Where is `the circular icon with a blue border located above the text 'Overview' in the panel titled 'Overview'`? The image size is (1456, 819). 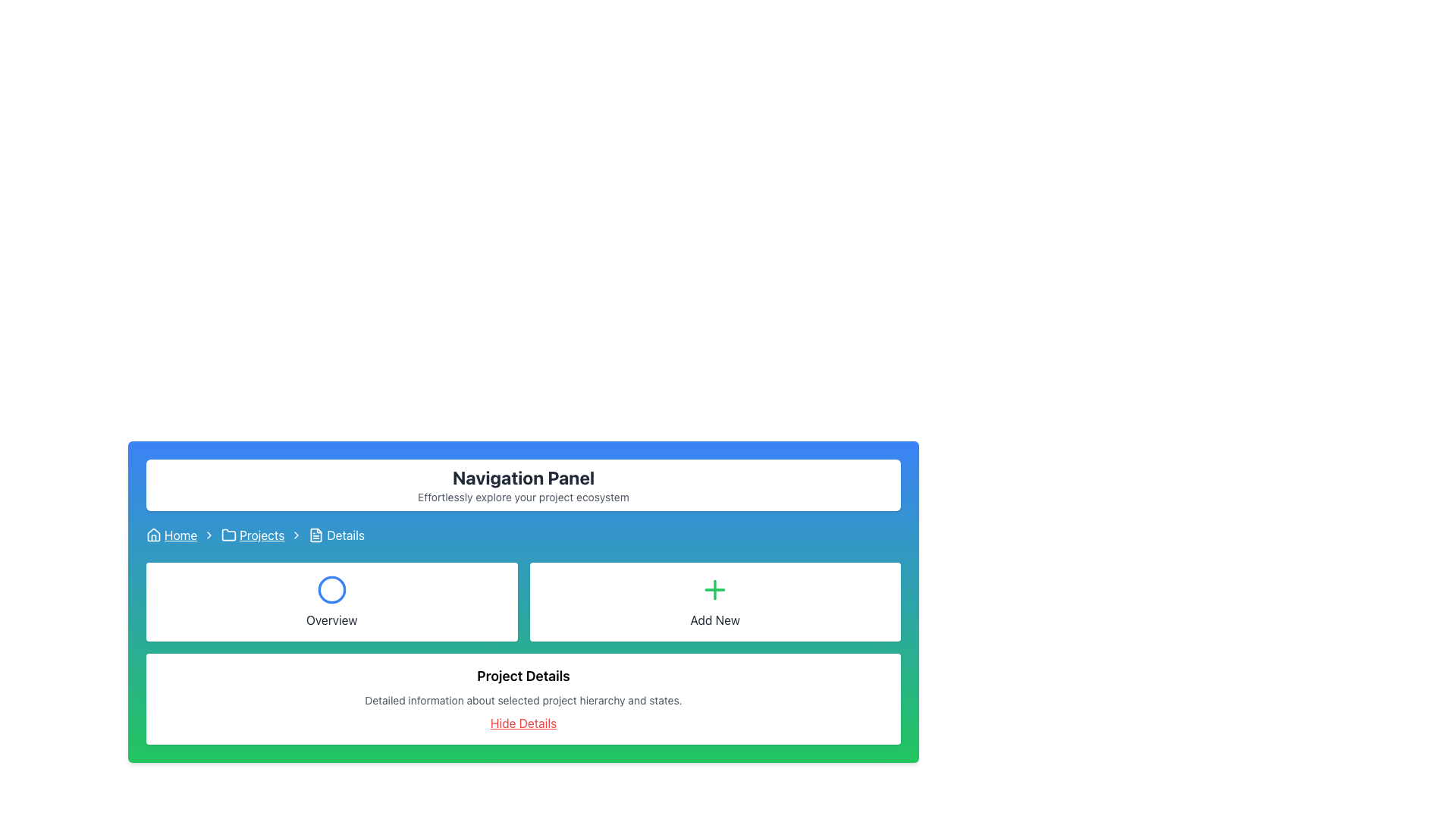 the circular icon with a blue border located above the text 'Overview' in the panel titled 'Overview' is located at coordinates (331, 589).